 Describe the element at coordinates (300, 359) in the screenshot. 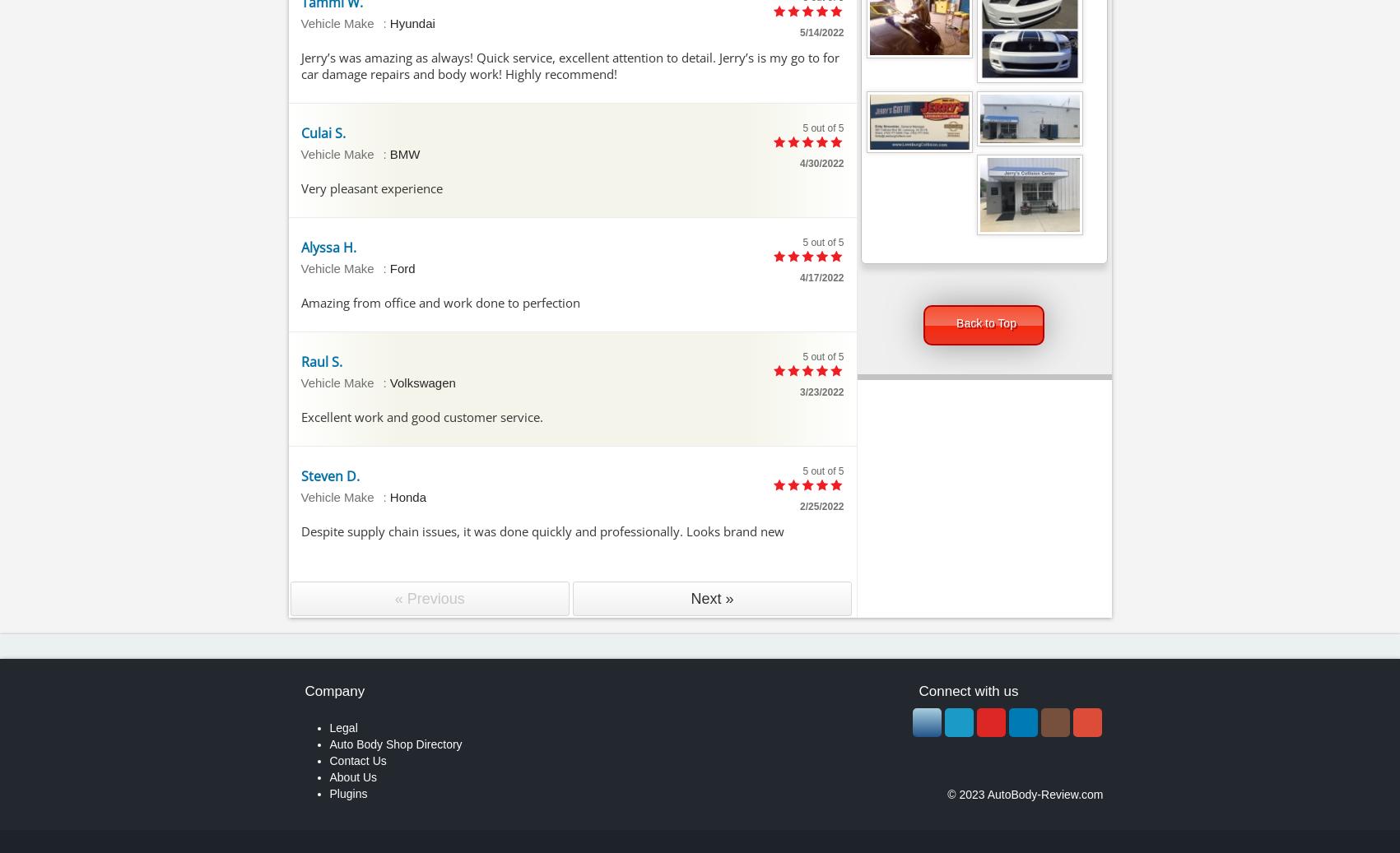

I see `'Raul S.'` at that location.